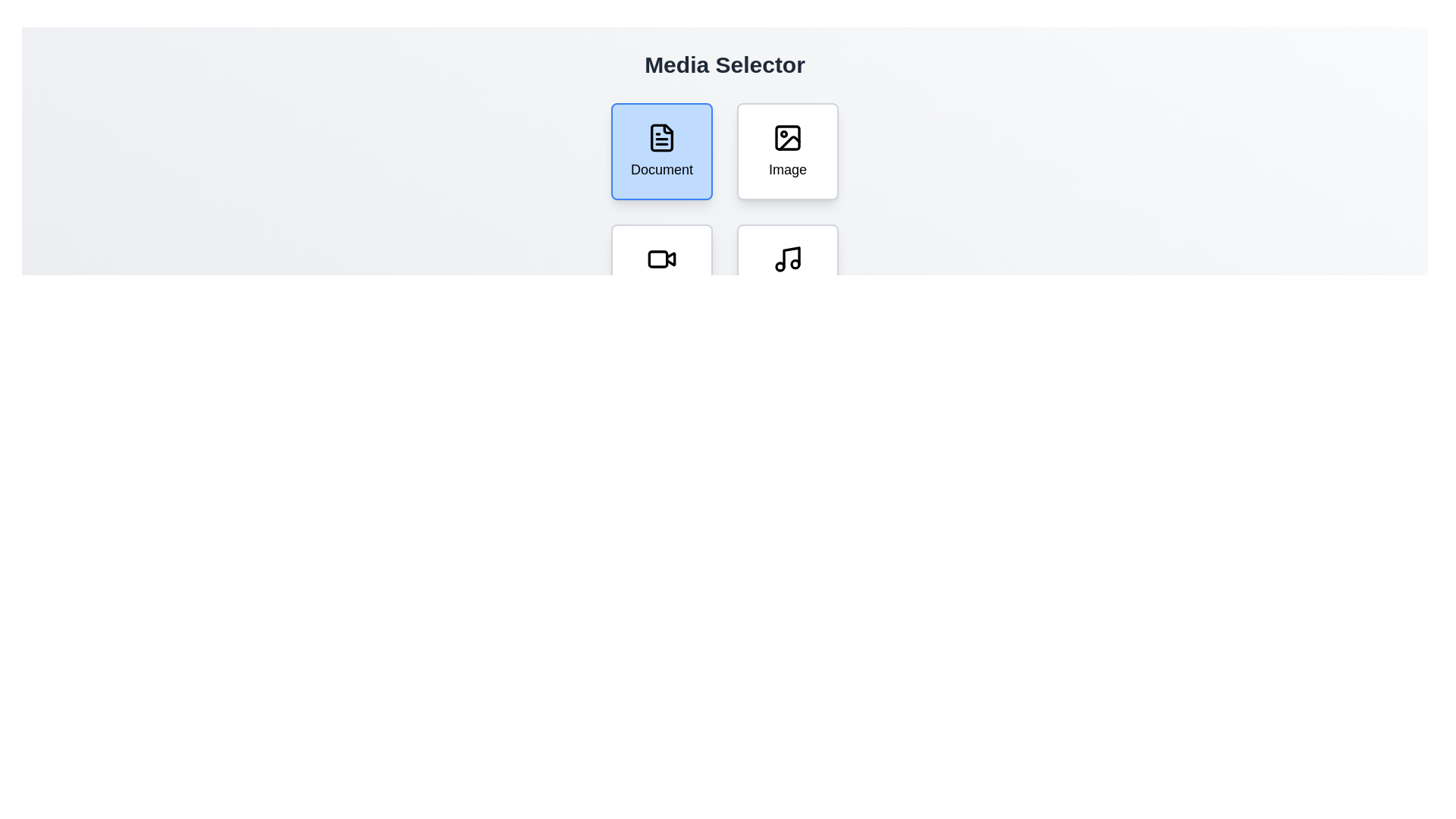 The image size is (1456, 819). Describe the element at coordinates (662, 152) in the screenshot. I see `the Document button to select it` at that location.